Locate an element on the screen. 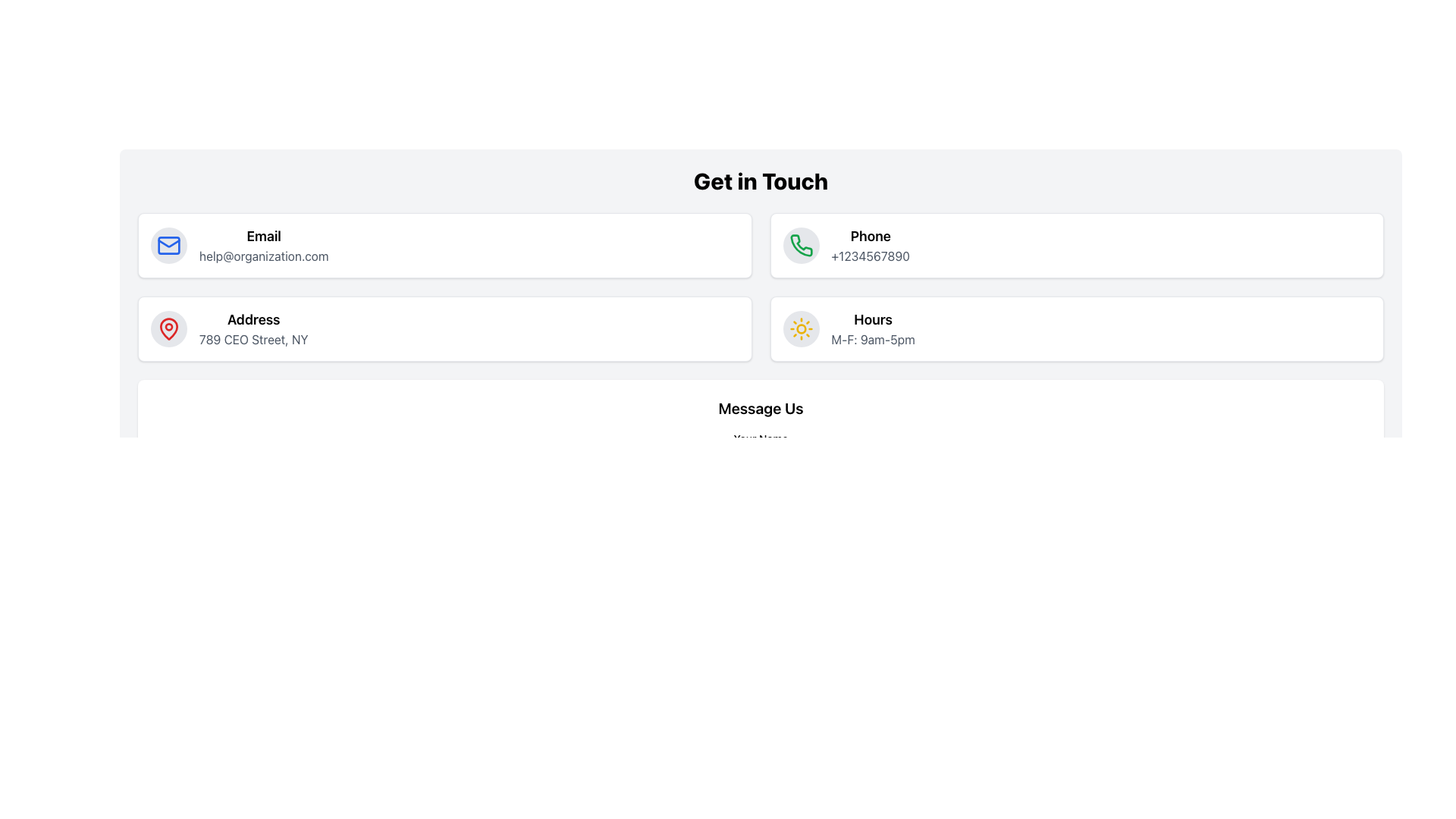  the Text (Heading) element that serves as the title for the contact information section is located at coordinates (761, 180).